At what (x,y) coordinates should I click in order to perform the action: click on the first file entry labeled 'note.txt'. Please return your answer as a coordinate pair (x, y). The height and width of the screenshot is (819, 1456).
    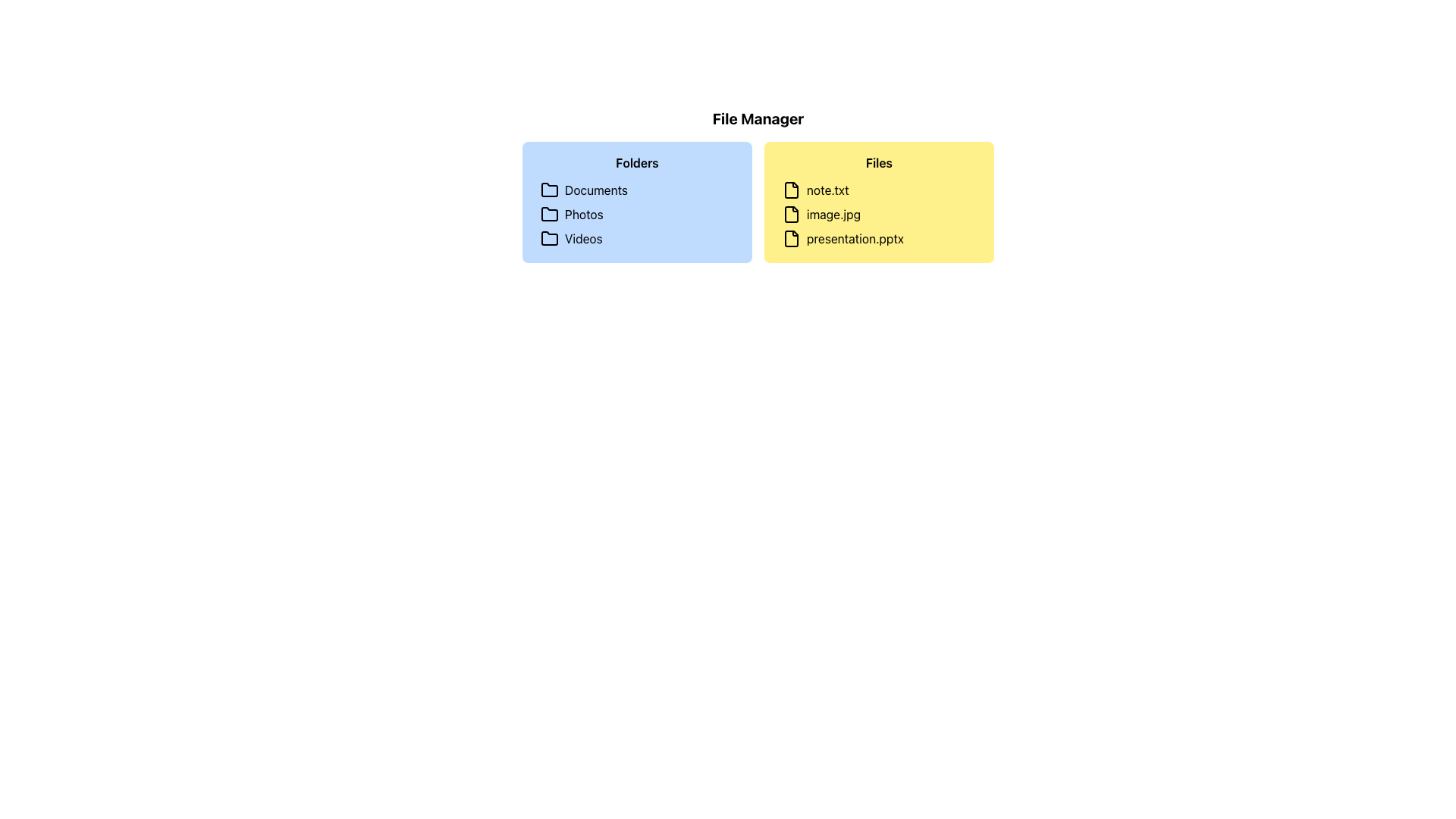
    Looking at the image, I should click on (879, 189).